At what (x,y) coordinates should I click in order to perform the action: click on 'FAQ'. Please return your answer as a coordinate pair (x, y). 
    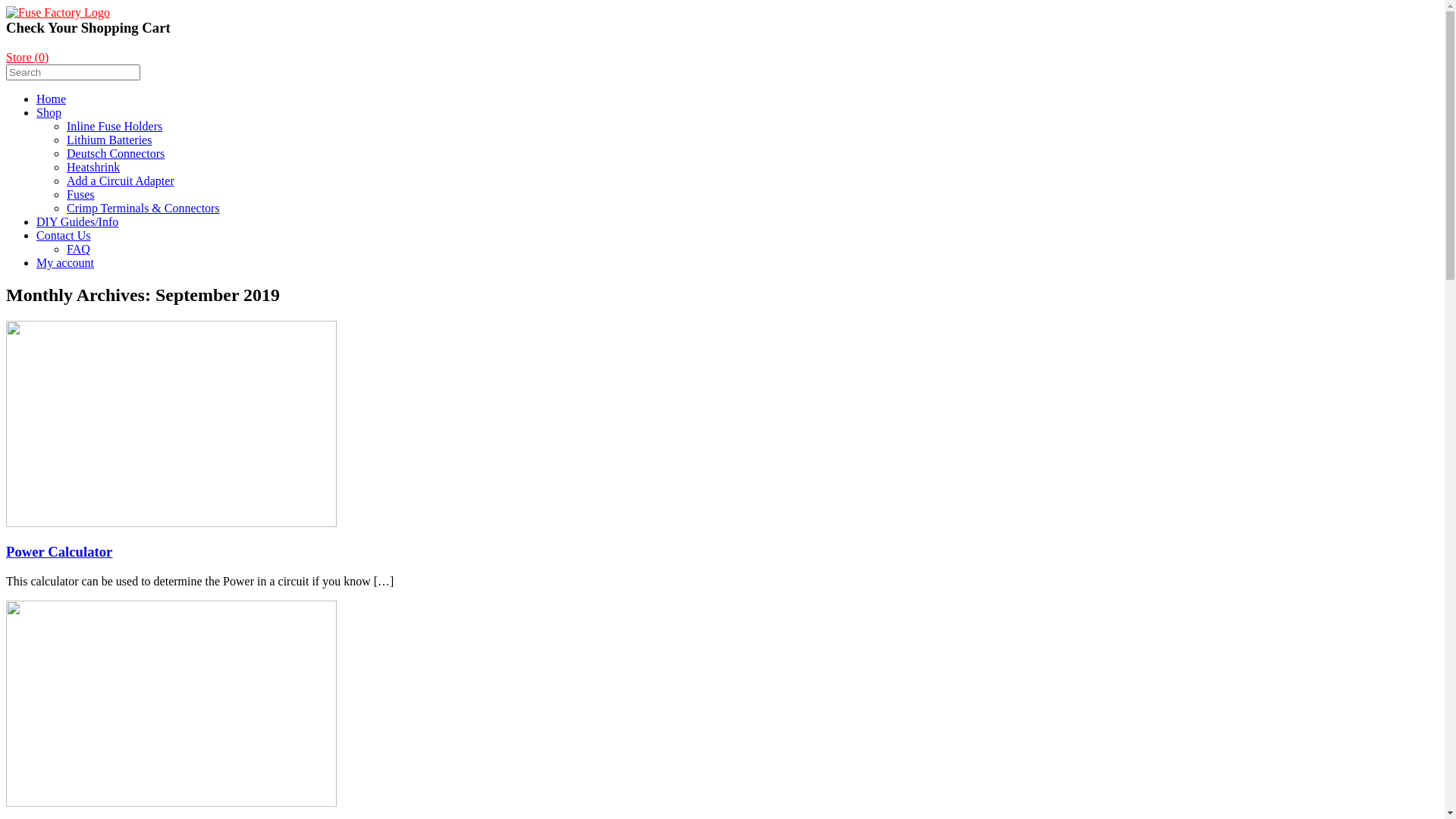
    Looking at the image, I should click on (77, 248).